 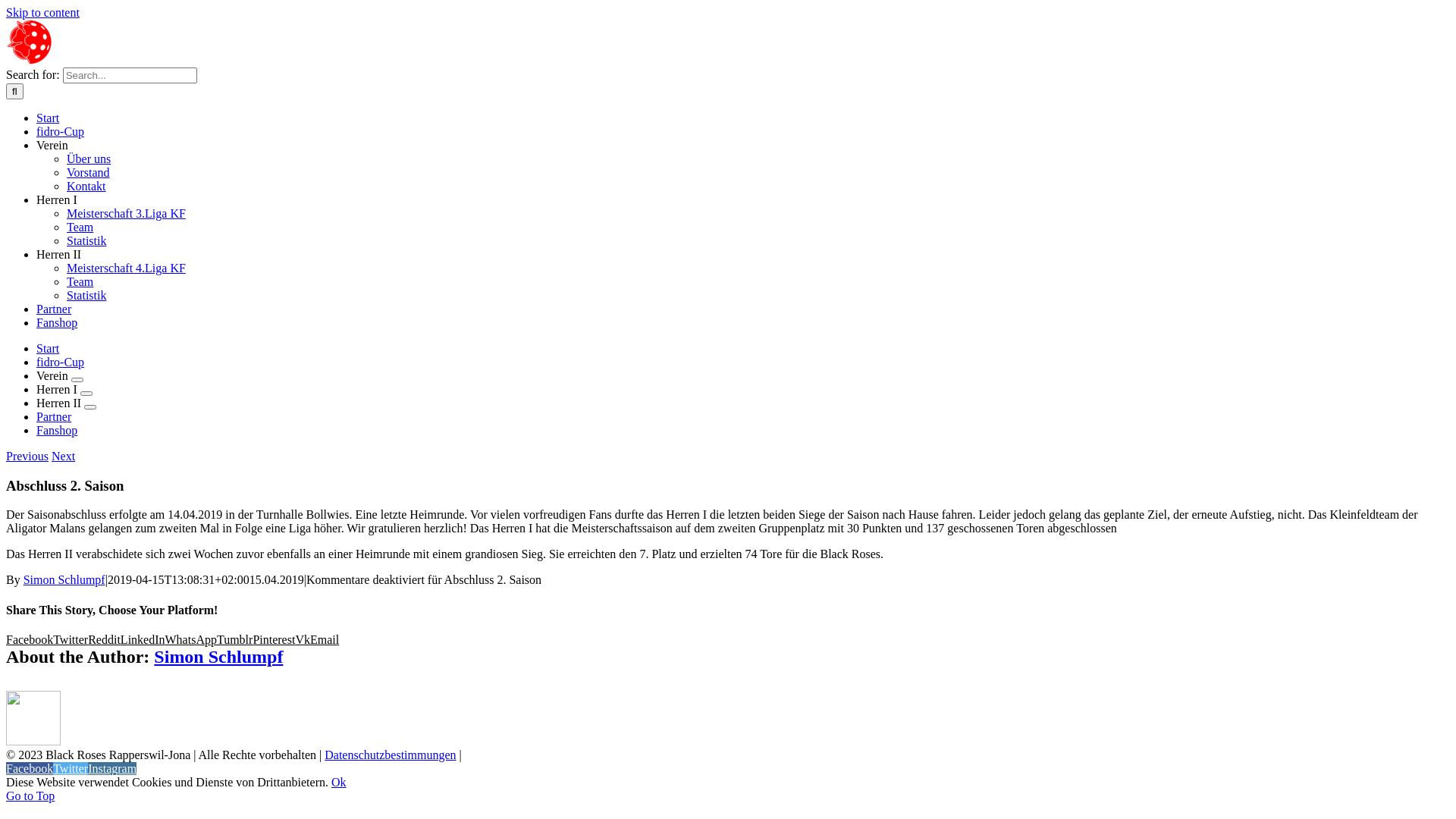 What do you see at coordinates (337, 782) in the screenshot?
I see `'Ok'` at bounding box center [337, 782].